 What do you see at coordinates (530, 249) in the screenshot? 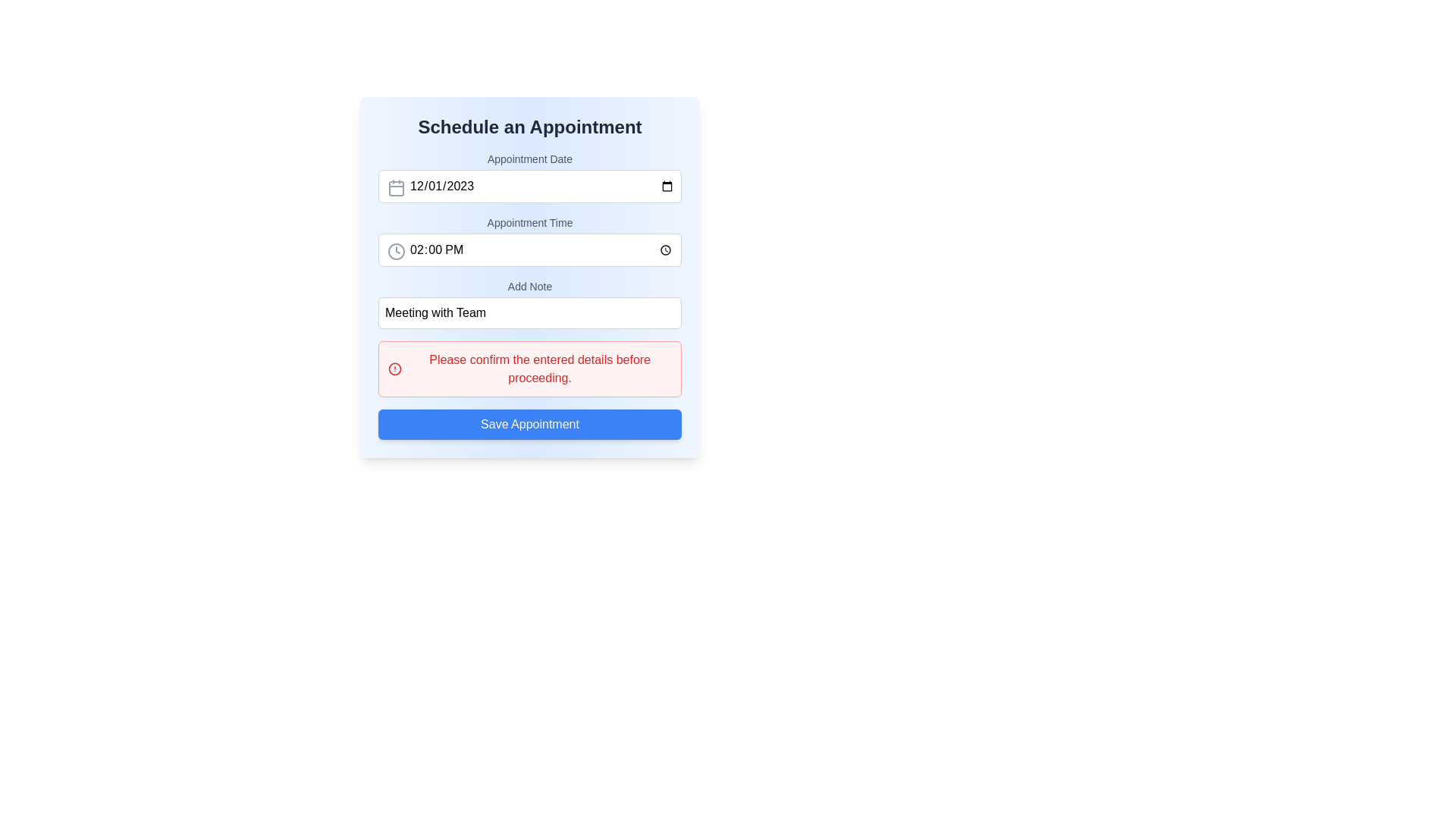
I see `a time from the dropdown or modal in the time input field located centrally in the 'Appointment Time' section, which is styled as a rectangular box with rounded corners and displays a time value ('02:00 PM')` at bounding box center [530, 249].